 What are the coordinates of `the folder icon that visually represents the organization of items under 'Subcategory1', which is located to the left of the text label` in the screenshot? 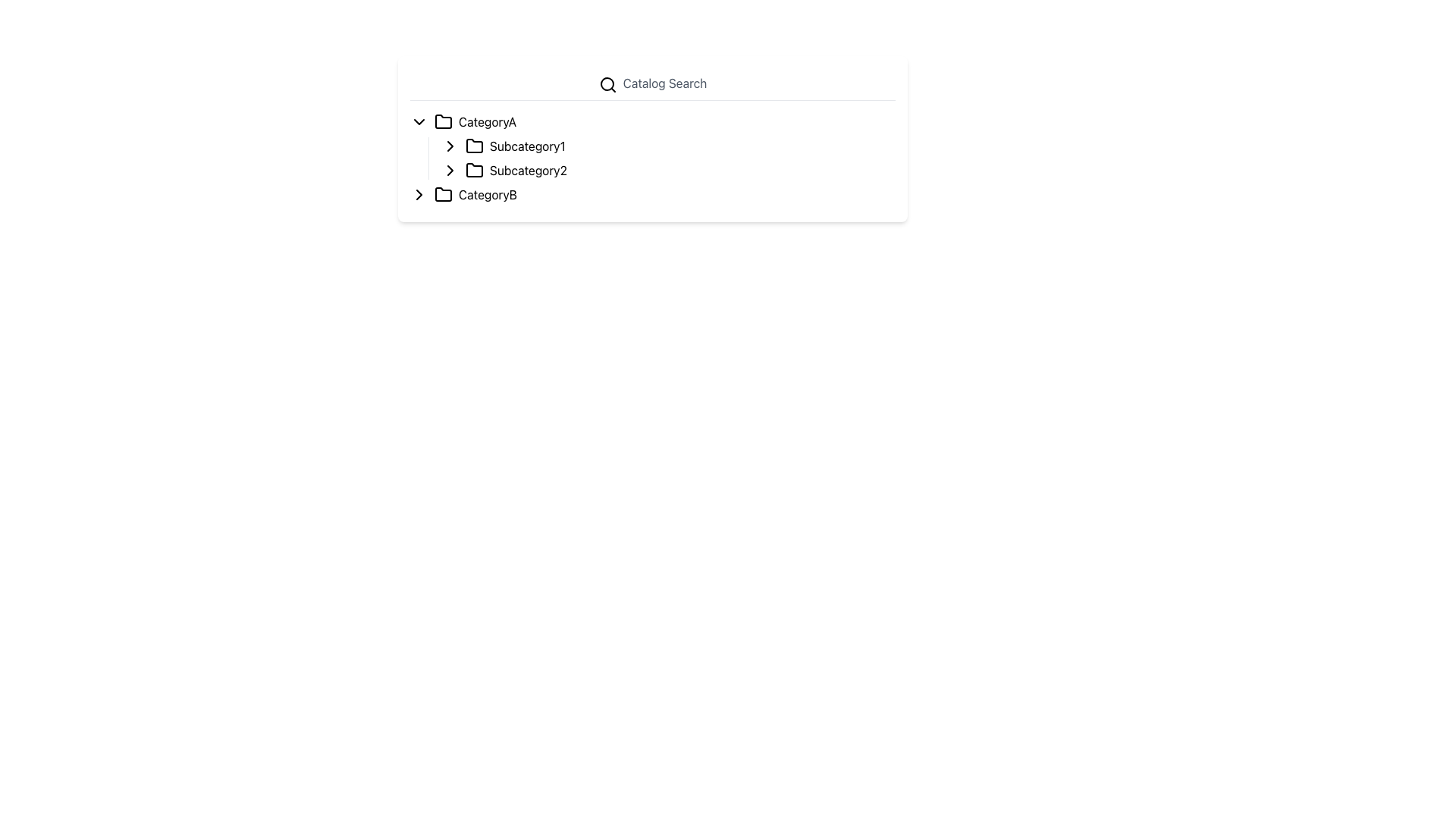 It's located at (473, 146).